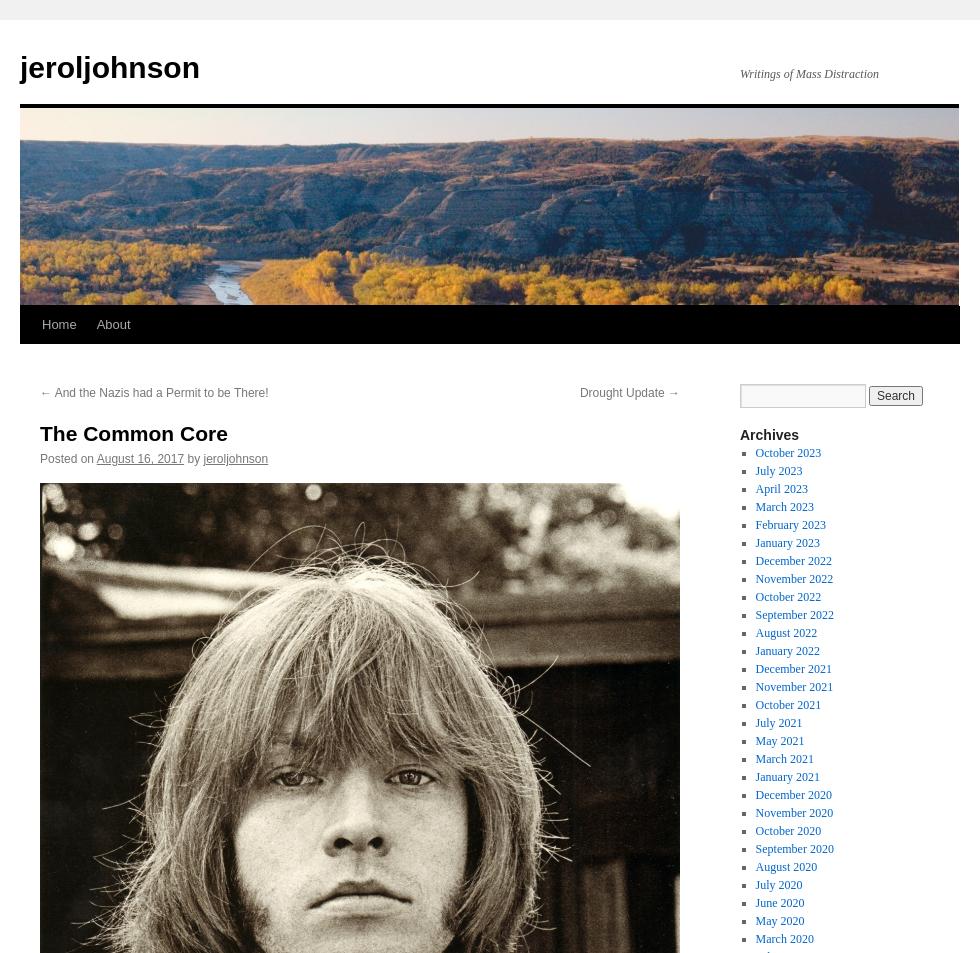  What do you see at coordinates (778, 469) in the screenshot?
I see `'July 2023'` at bounding box center [778, 469].